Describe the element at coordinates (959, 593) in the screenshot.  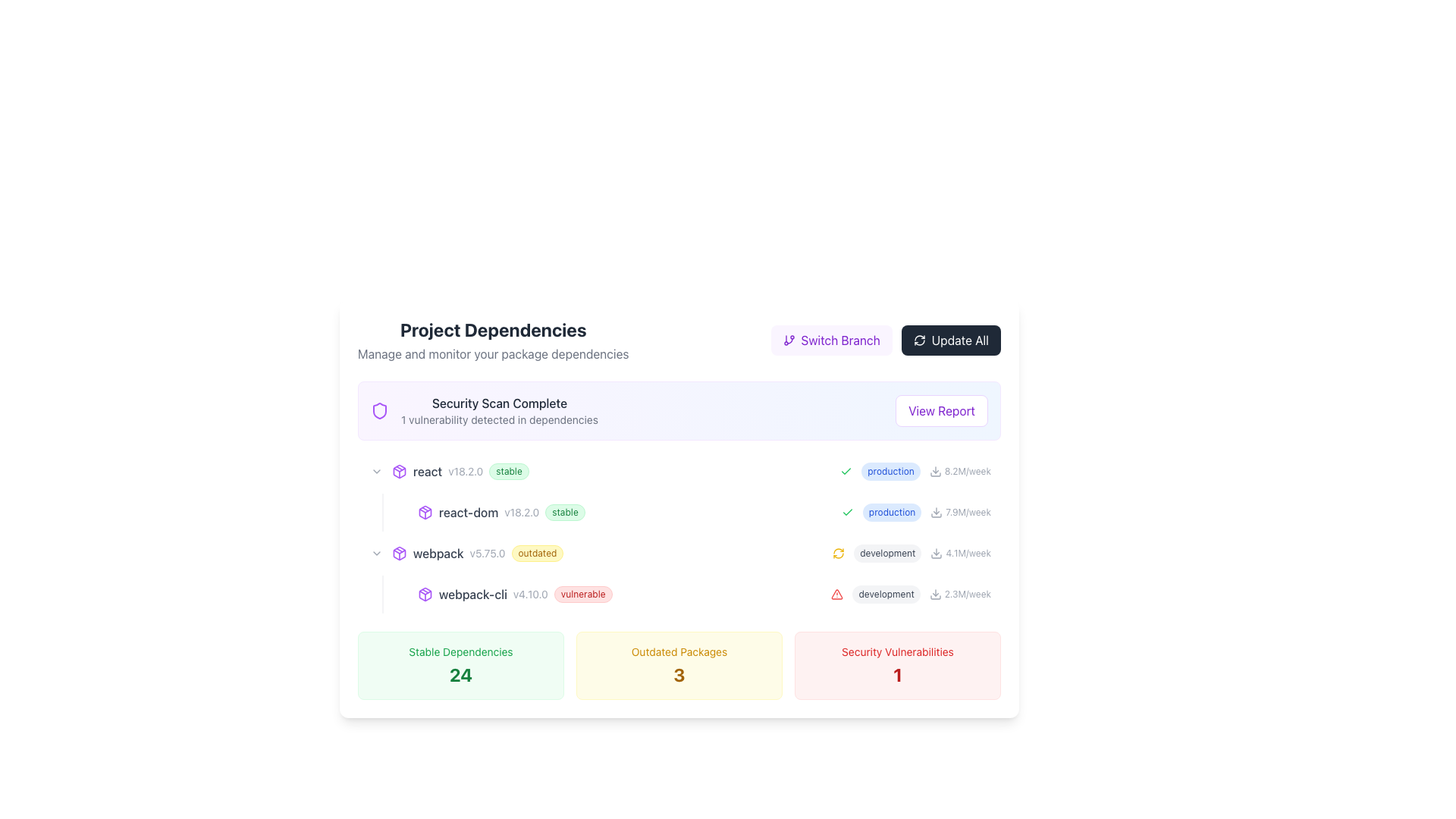
I see `the text element displaying '2.3M/week' with an adjacent download icon, located in the 'development' category row, to read the text` at that location.